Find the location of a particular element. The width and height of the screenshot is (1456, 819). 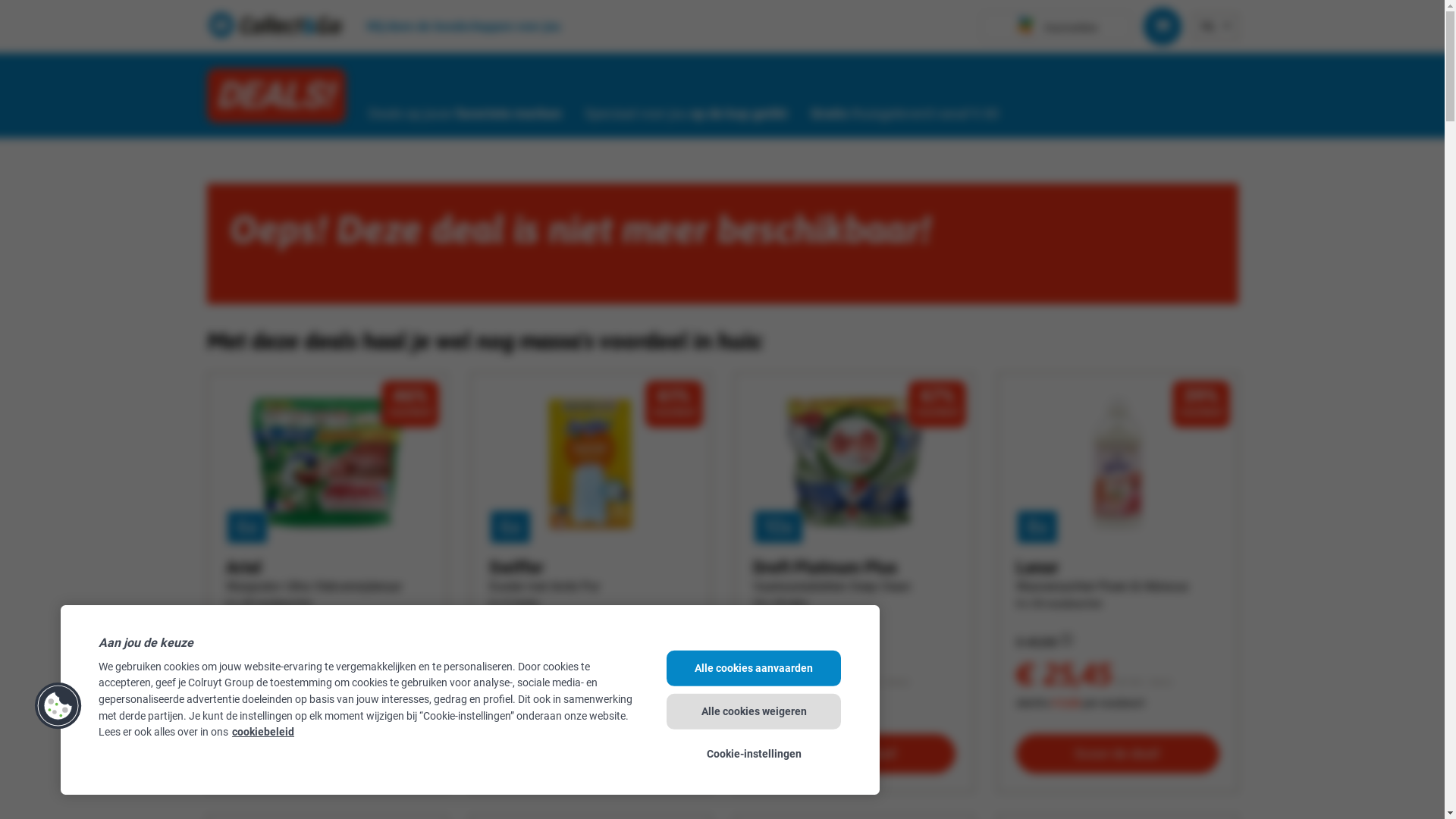

'Scoor de deal!' is located at coordinates (1117, 754).